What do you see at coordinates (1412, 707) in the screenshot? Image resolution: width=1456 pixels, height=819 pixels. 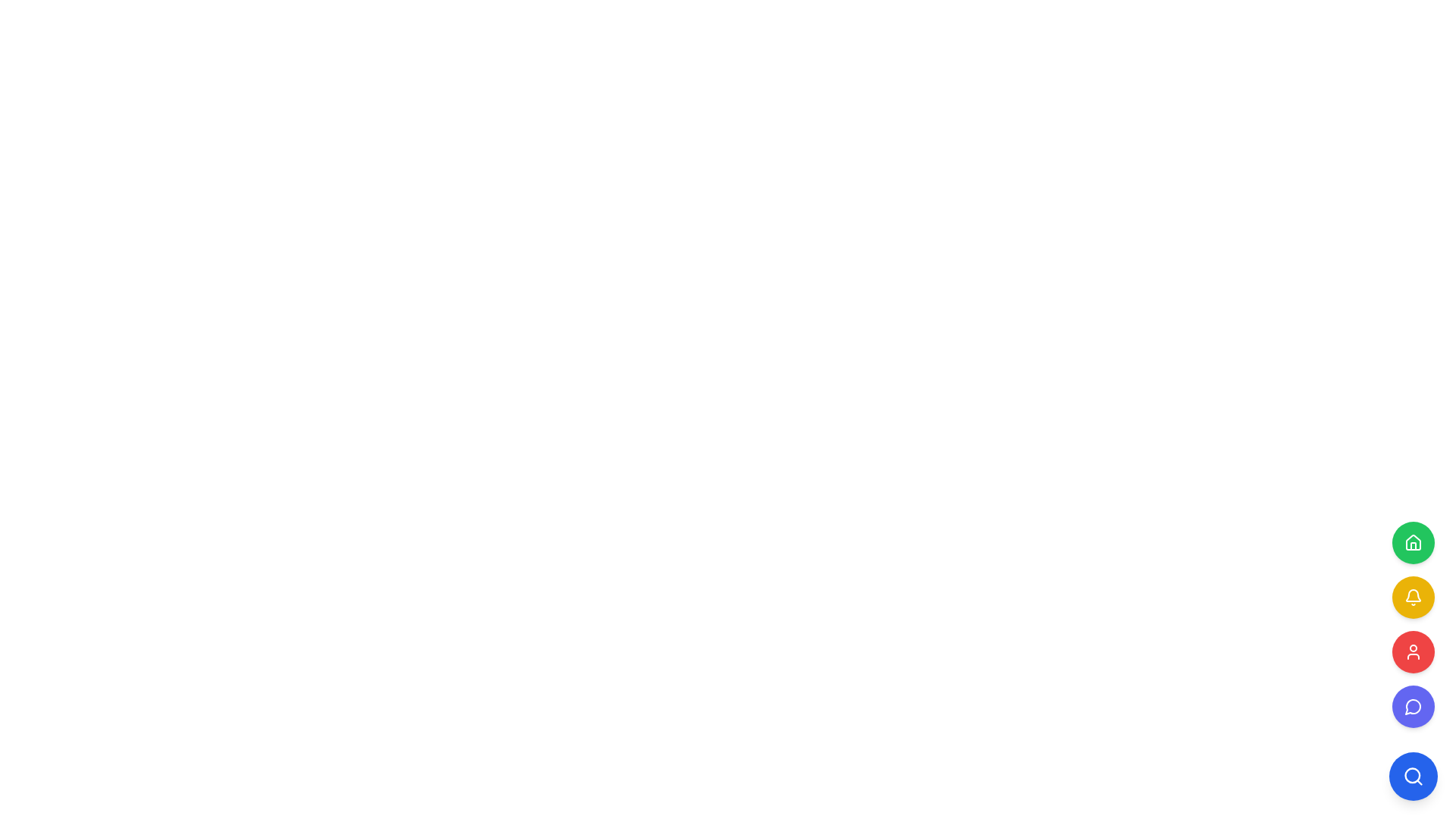 I see `the speech bubble icon button, which is the fifth button from the top in the vertical stack of circular buttons, located near the bottom-right corner of the interface` at bounding box center [1412, 707].